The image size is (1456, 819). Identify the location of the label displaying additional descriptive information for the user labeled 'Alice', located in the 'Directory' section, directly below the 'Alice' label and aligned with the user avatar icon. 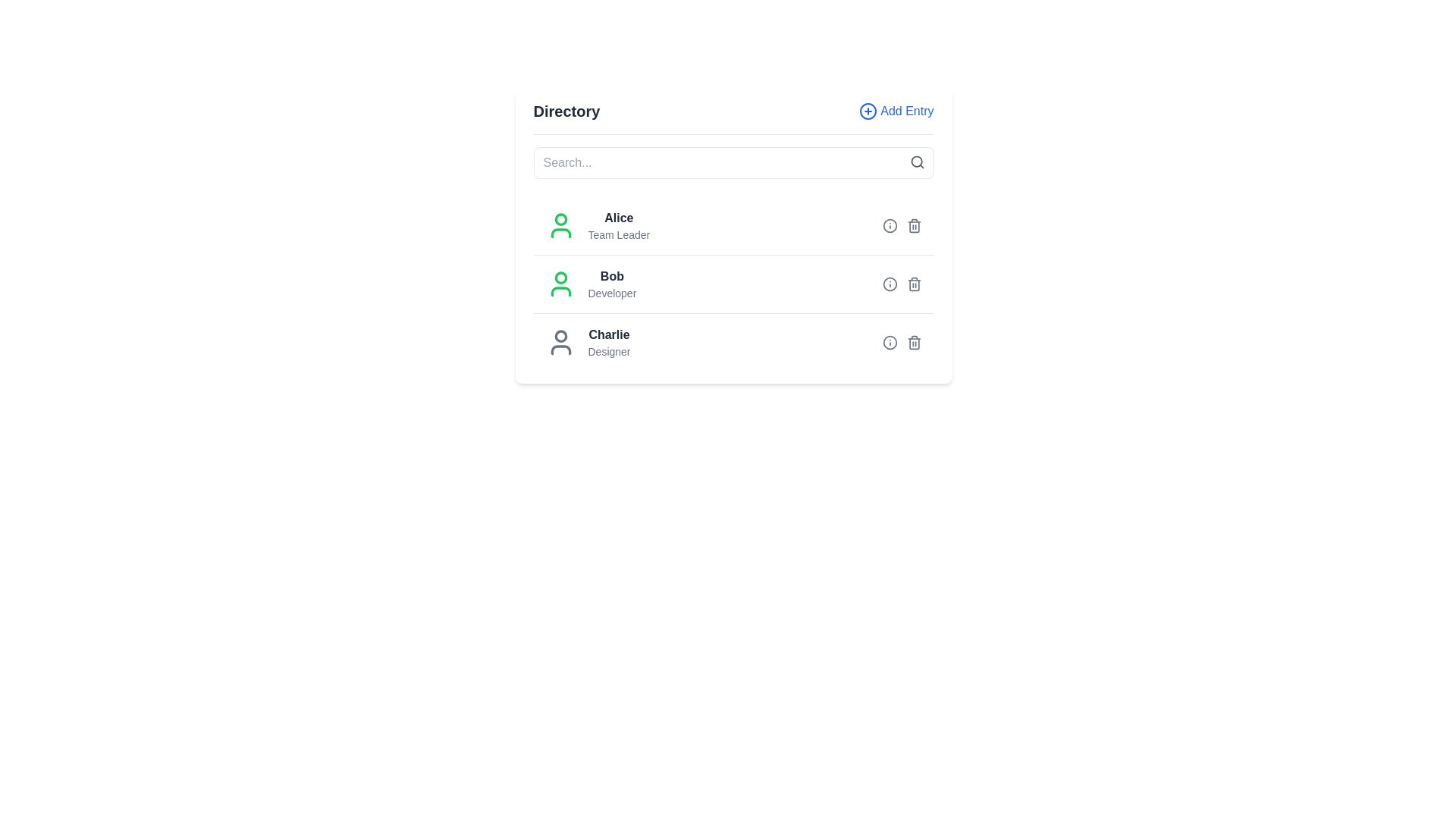
(619, 234).